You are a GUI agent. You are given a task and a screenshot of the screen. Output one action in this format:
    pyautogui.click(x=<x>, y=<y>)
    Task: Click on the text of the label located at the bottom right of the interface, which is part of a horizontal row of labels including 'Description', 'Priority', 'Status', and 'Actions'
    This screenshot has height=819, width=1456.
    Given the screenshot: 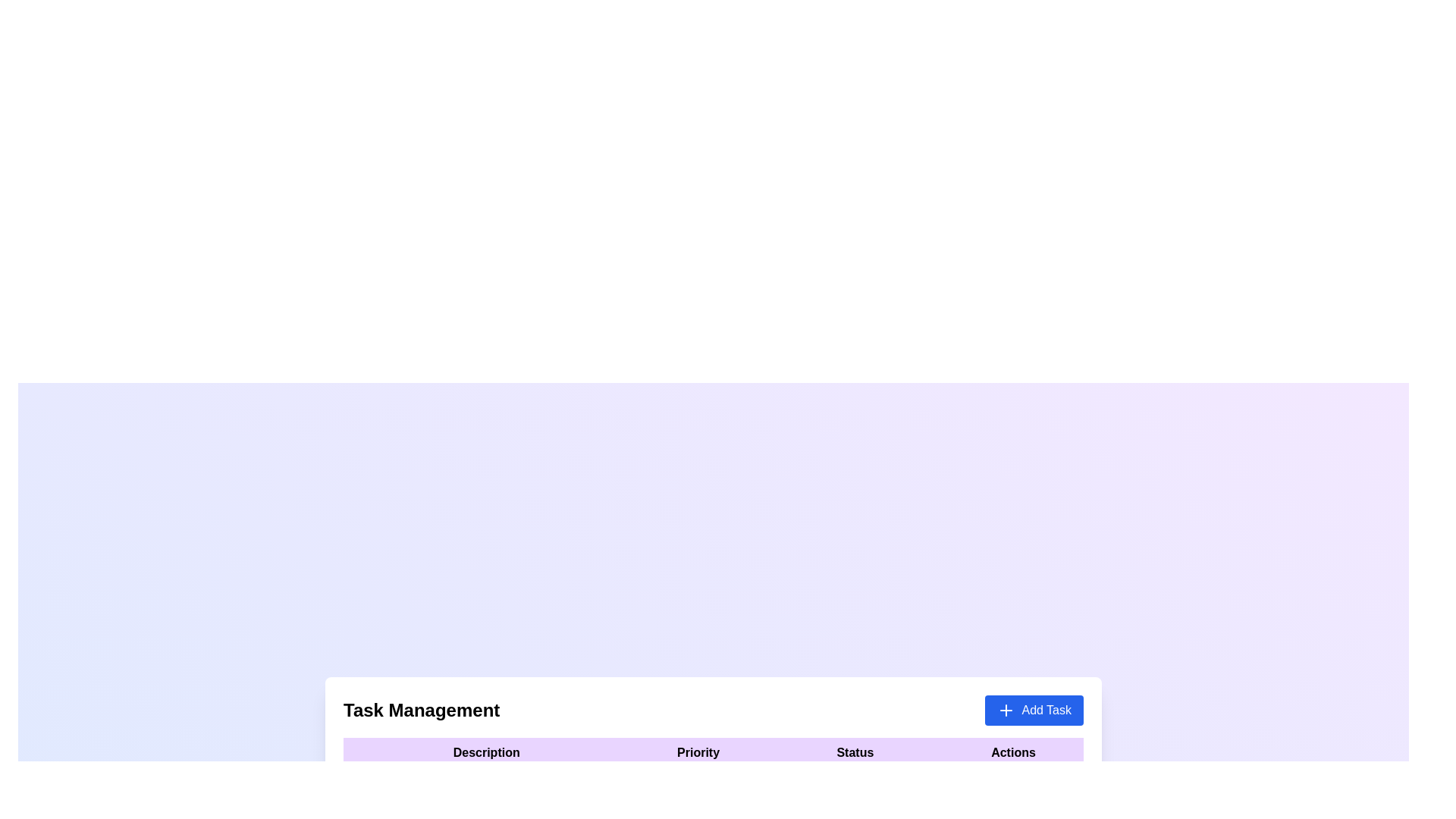 What is the action you would take?
    pyautogui.click(x=1013, y=752)
    